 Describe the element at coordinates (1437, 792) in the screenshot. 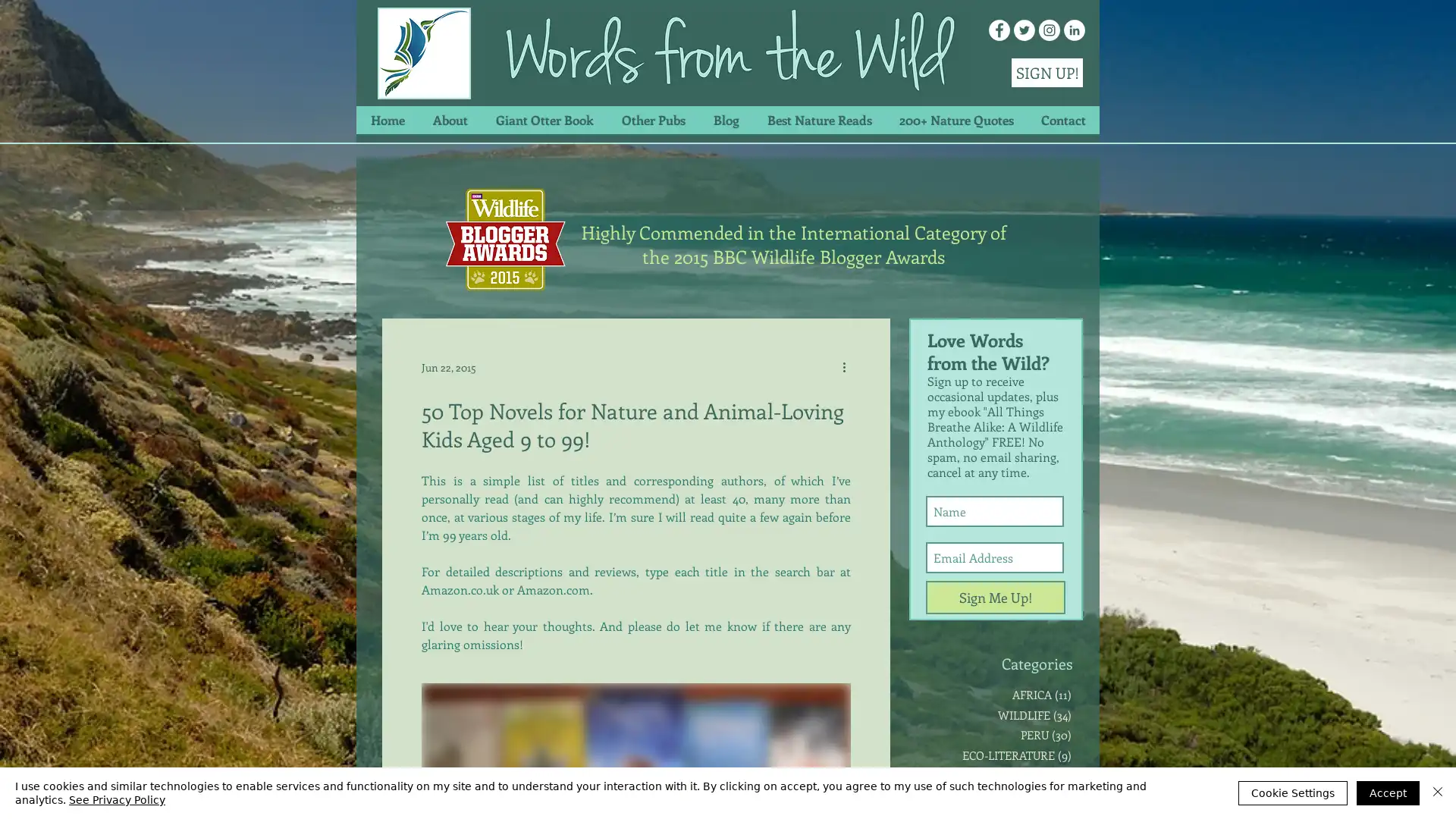

I see `Close` at that location.